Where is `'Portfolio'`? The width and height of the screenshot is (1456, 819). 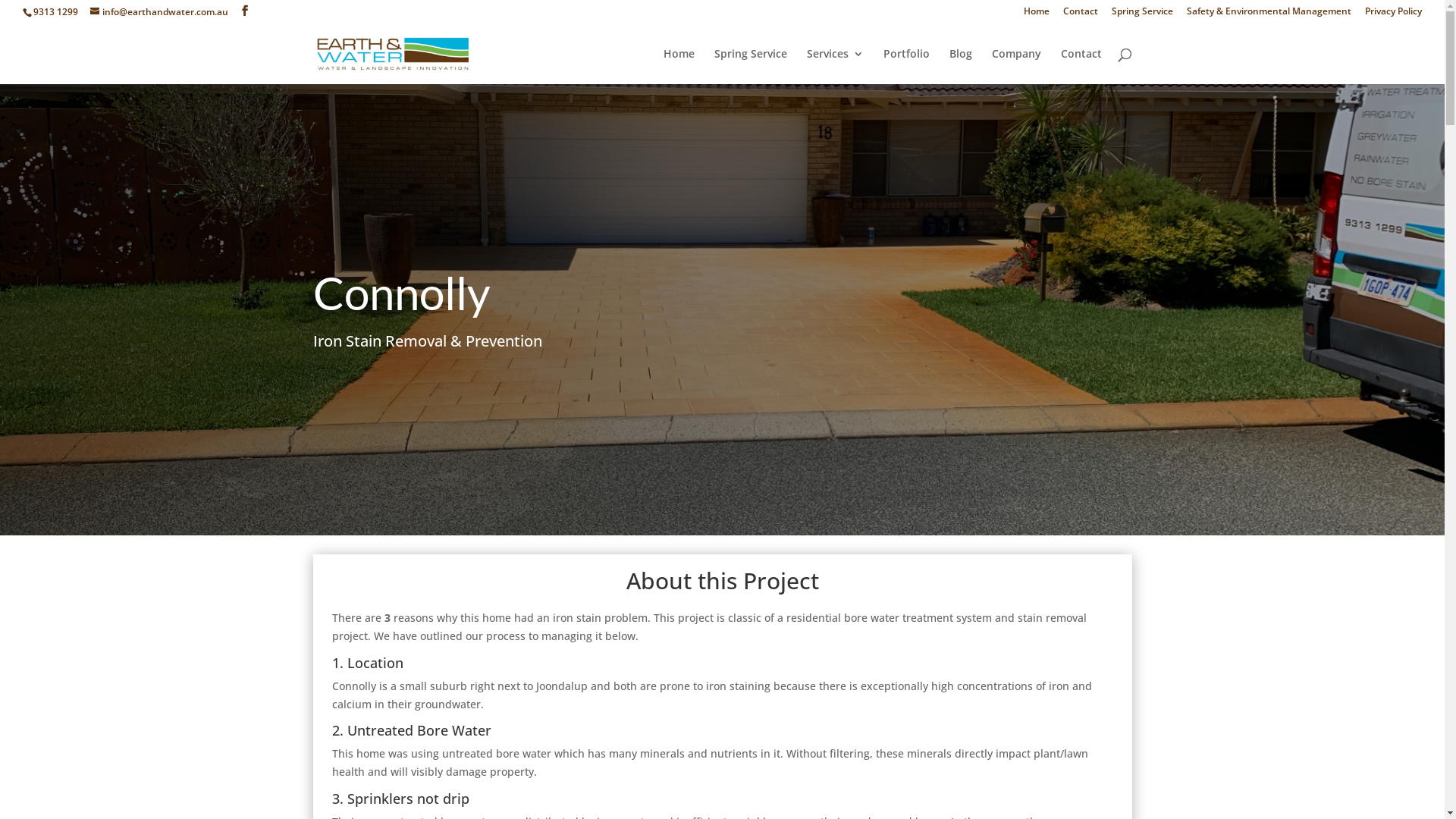
'Portfolio' is located at coordinates (905, 65).